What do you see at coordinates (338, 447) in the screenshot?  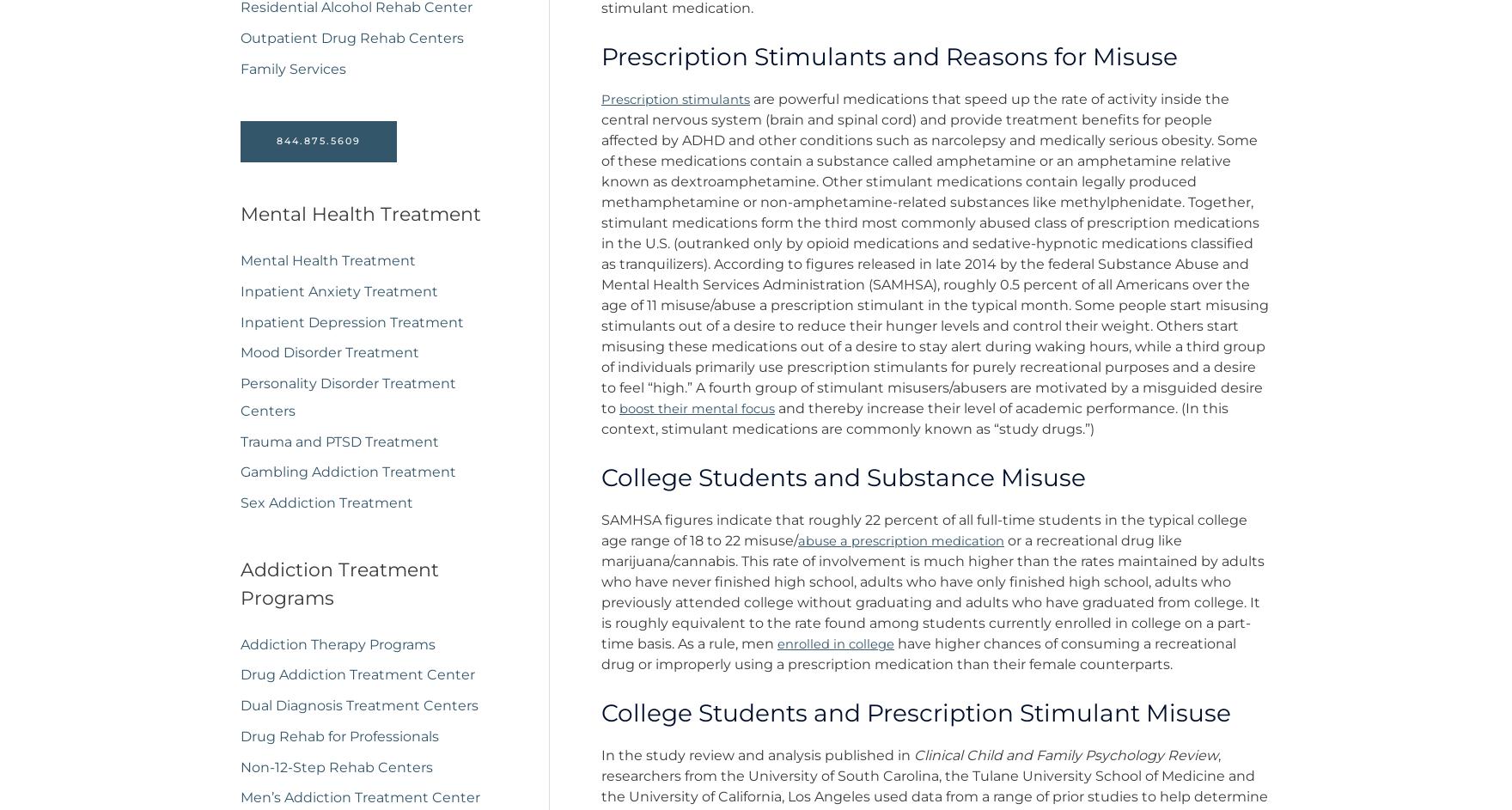 I see `'Trauma and PTSD Treatment'` at bounding box center [338, 447].